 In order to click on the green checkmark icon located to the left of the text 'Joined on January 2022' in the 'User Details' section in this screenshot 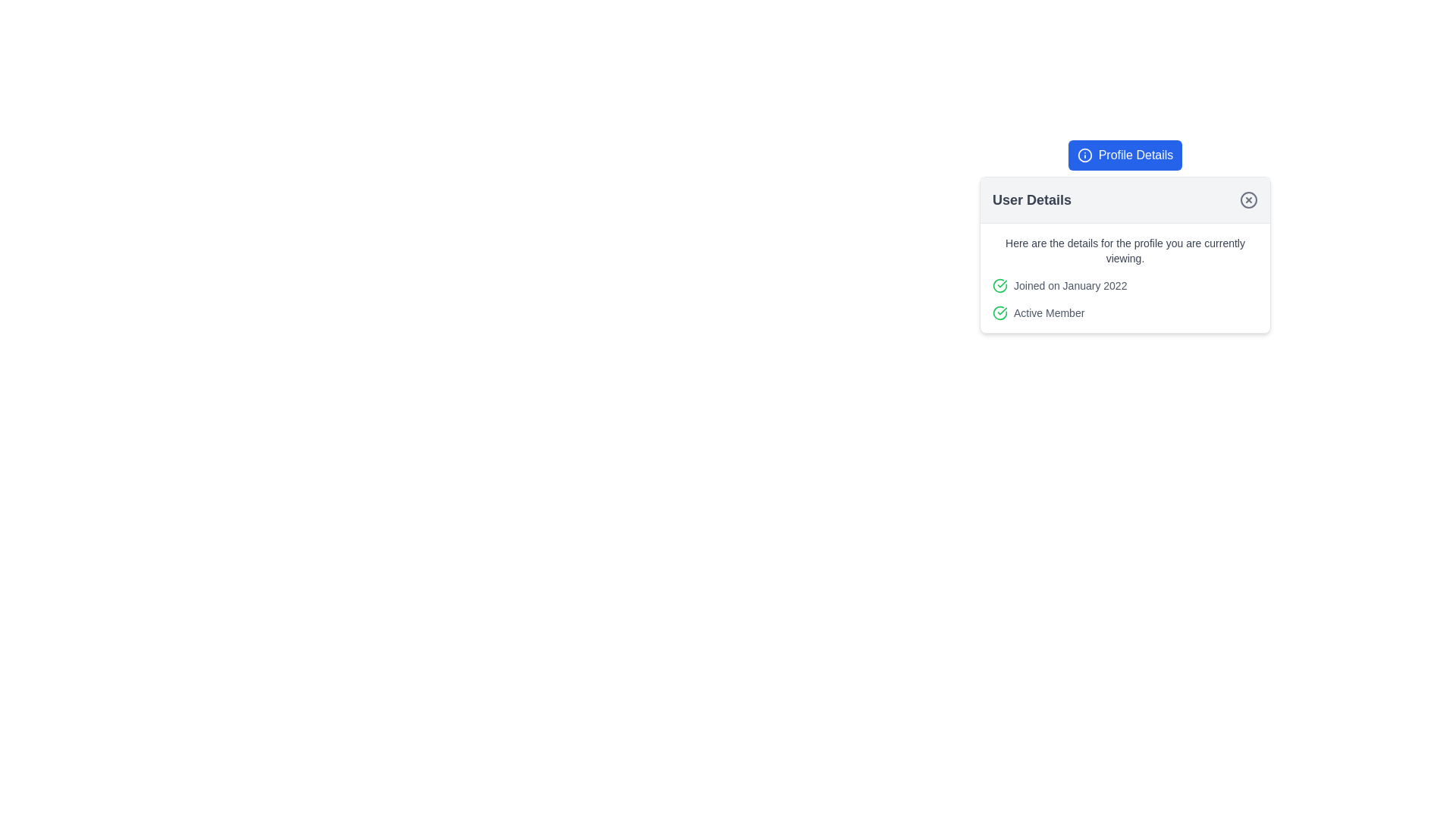, I will do `click(1000, 286)`.